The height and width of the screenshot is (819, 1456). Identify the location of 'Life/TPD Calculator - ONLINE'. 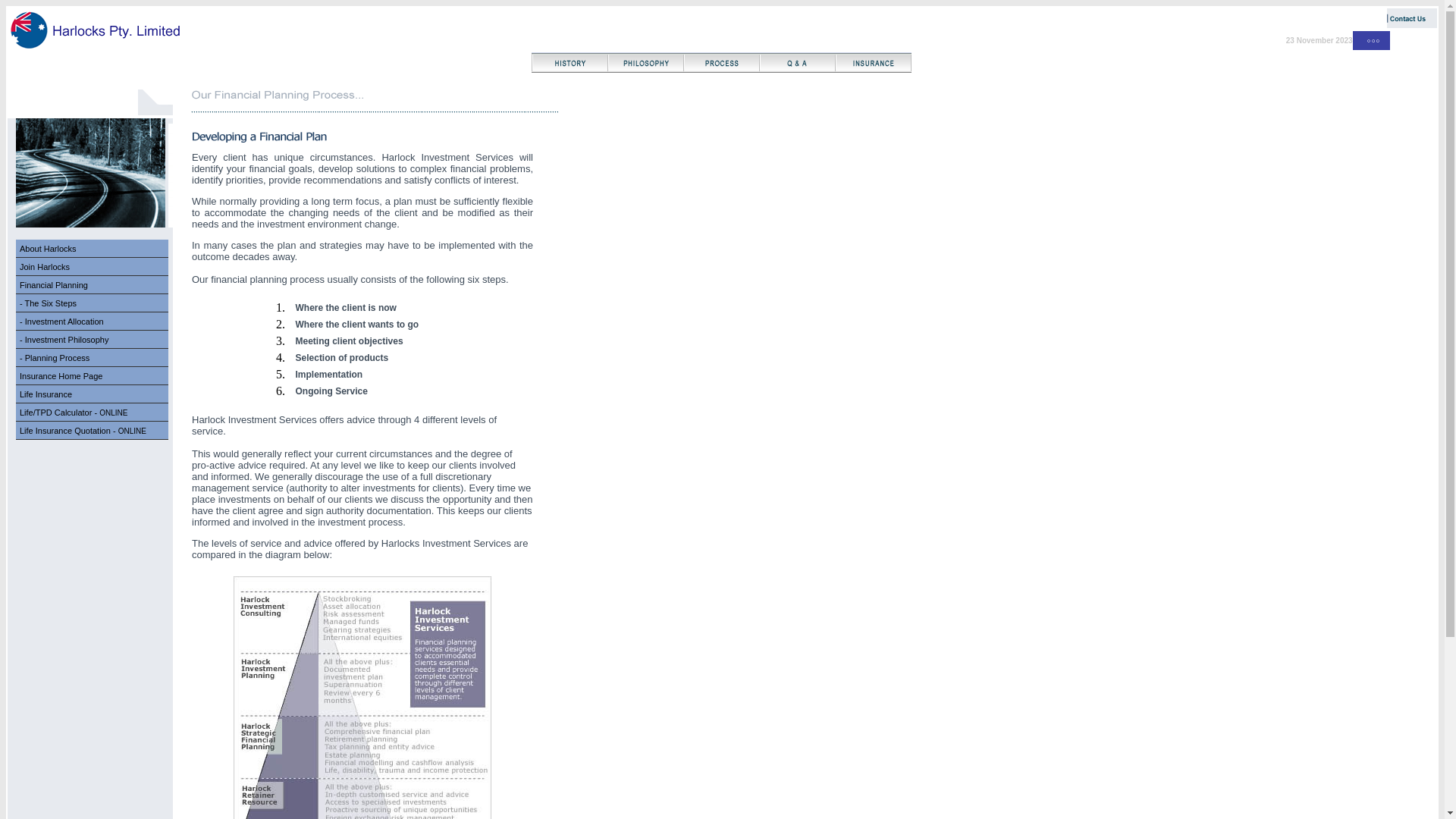
(91, 412).